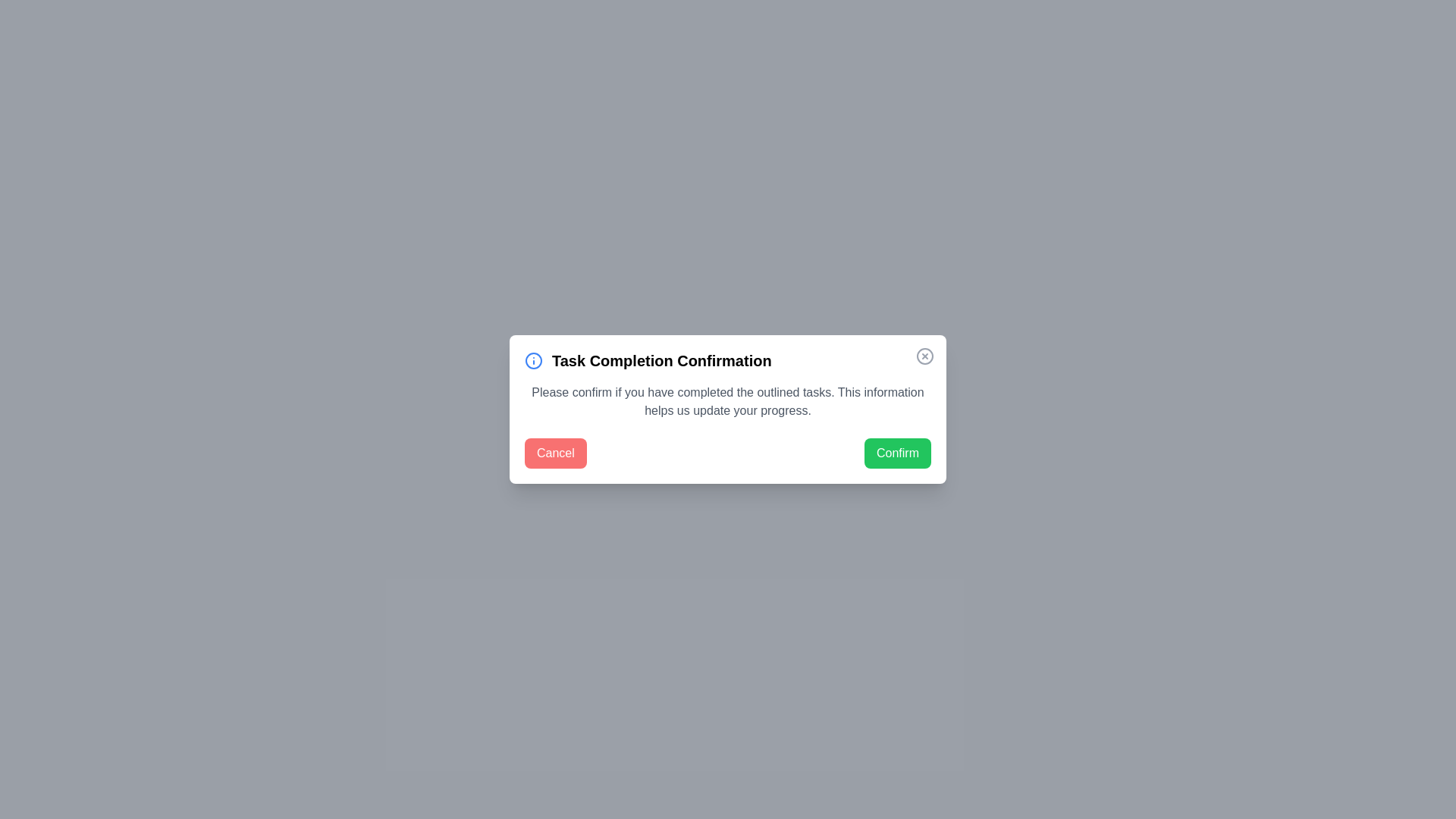 Image resolution: width=1456 pixels, height=819 pixels. Describe the element at coordinates (554, 452) in the screenshot. I see `the cancel button to cancel the task confirmation` at that location.